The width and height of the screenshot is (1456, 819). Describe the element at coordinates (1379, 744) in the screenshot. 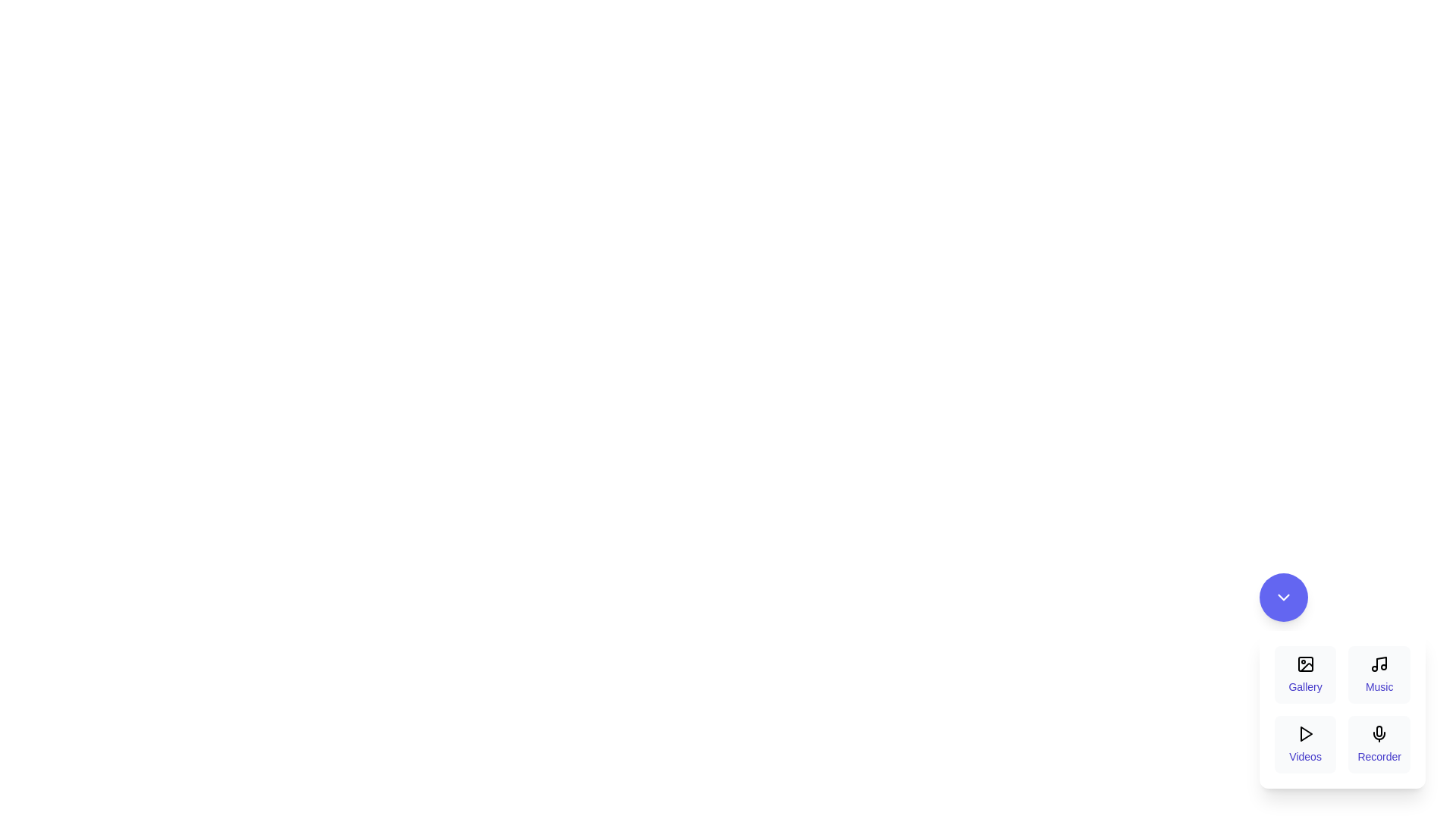

I see `the 'Recorder' button to select it` at that location.